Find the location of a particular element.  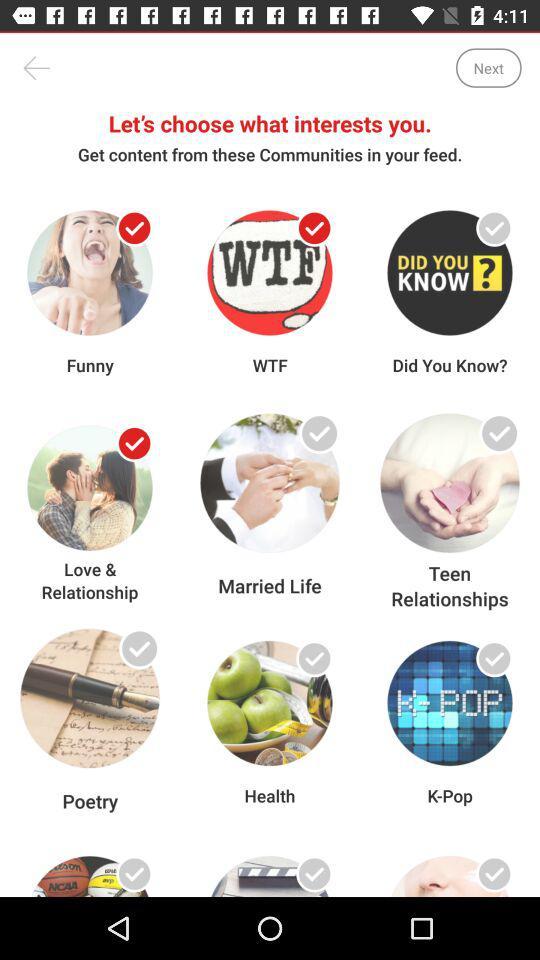

option is located at coordinates (134, 873).